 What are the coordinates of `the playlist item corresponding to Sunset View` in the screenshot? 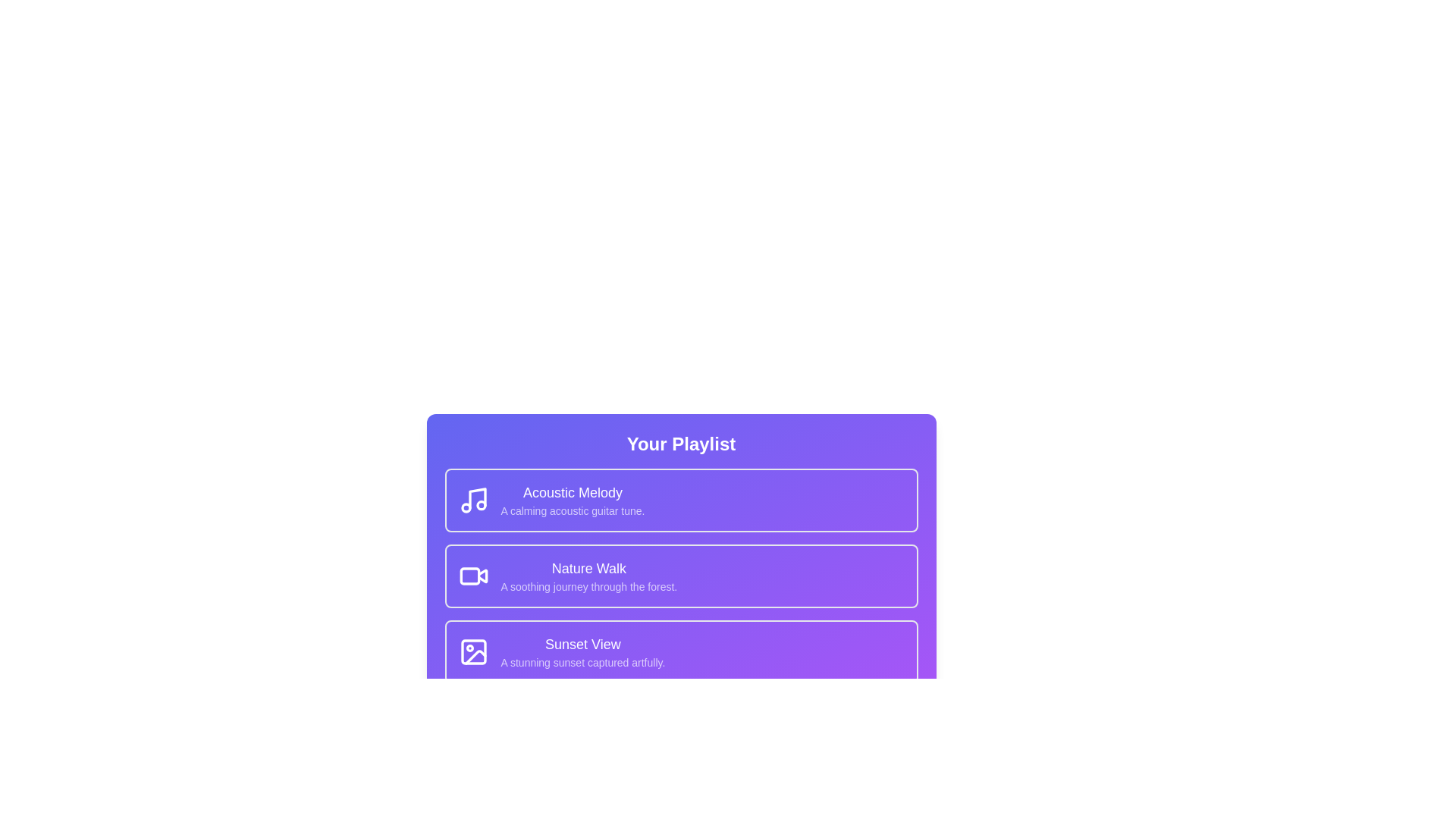 It's located at (680, 651).